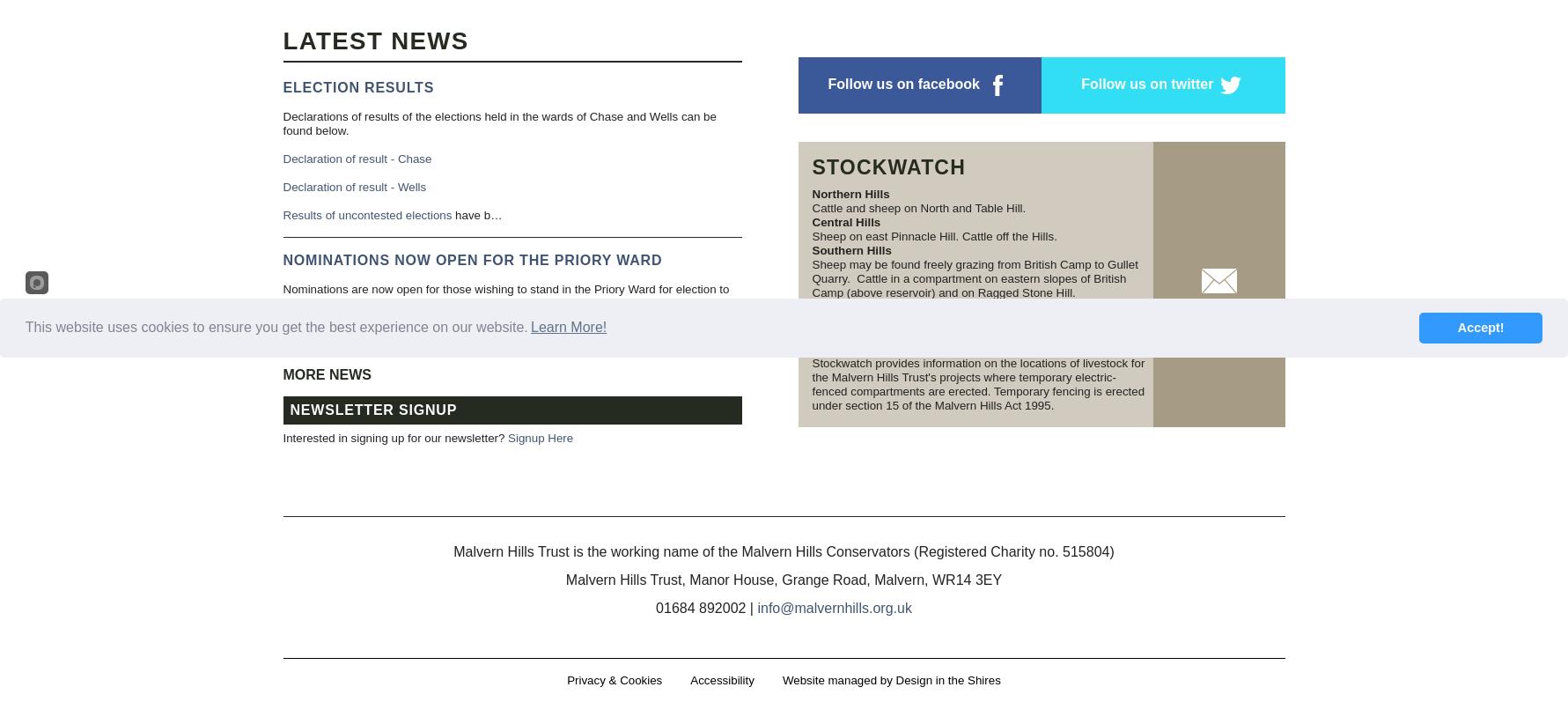  I want to click on 'info@malvernhills.org.uk', so click(757, 607).